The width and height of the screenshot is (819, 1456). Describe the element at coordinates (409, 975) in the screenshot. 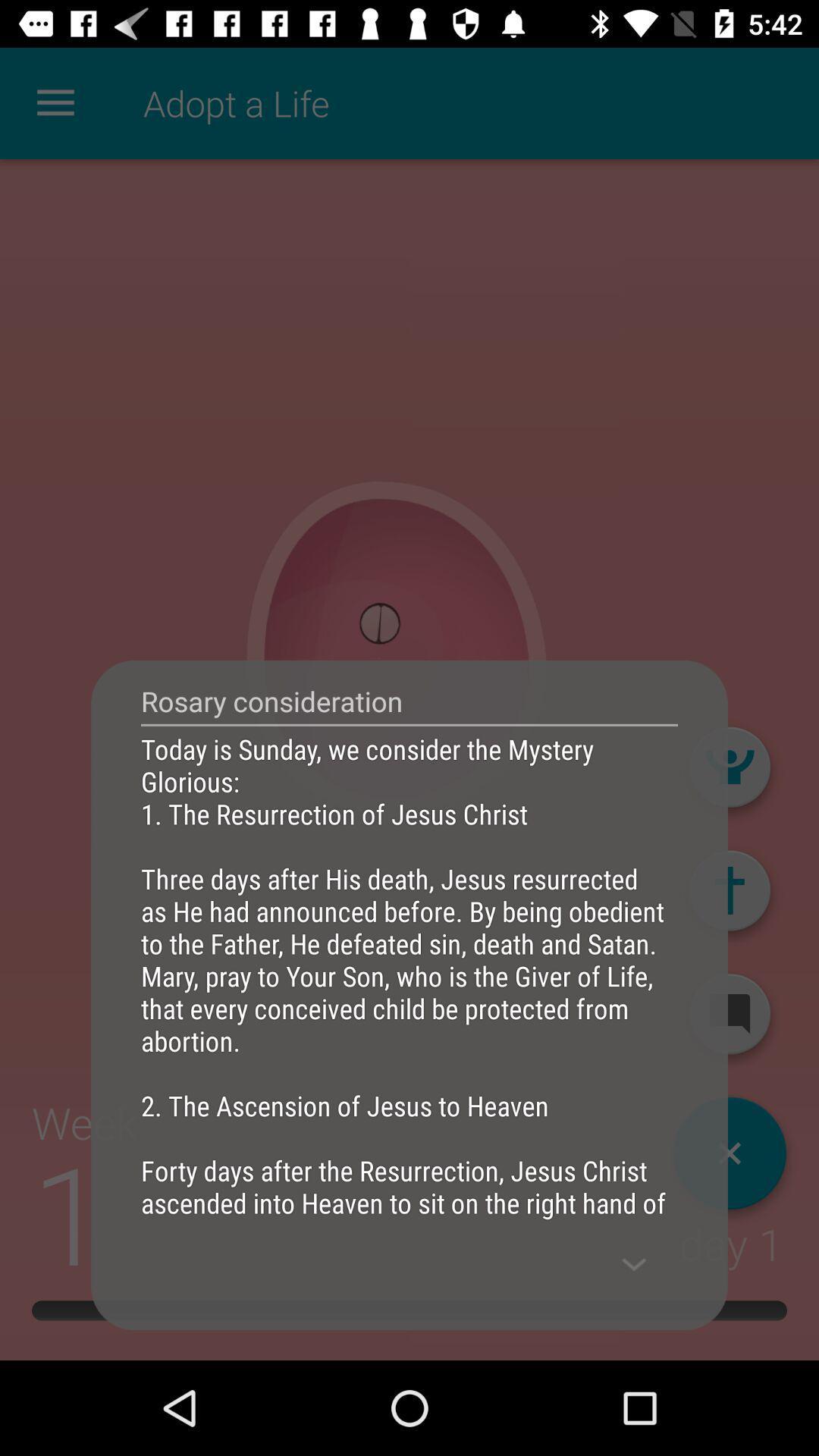

I see `today is sunday at the bottom` at that location.